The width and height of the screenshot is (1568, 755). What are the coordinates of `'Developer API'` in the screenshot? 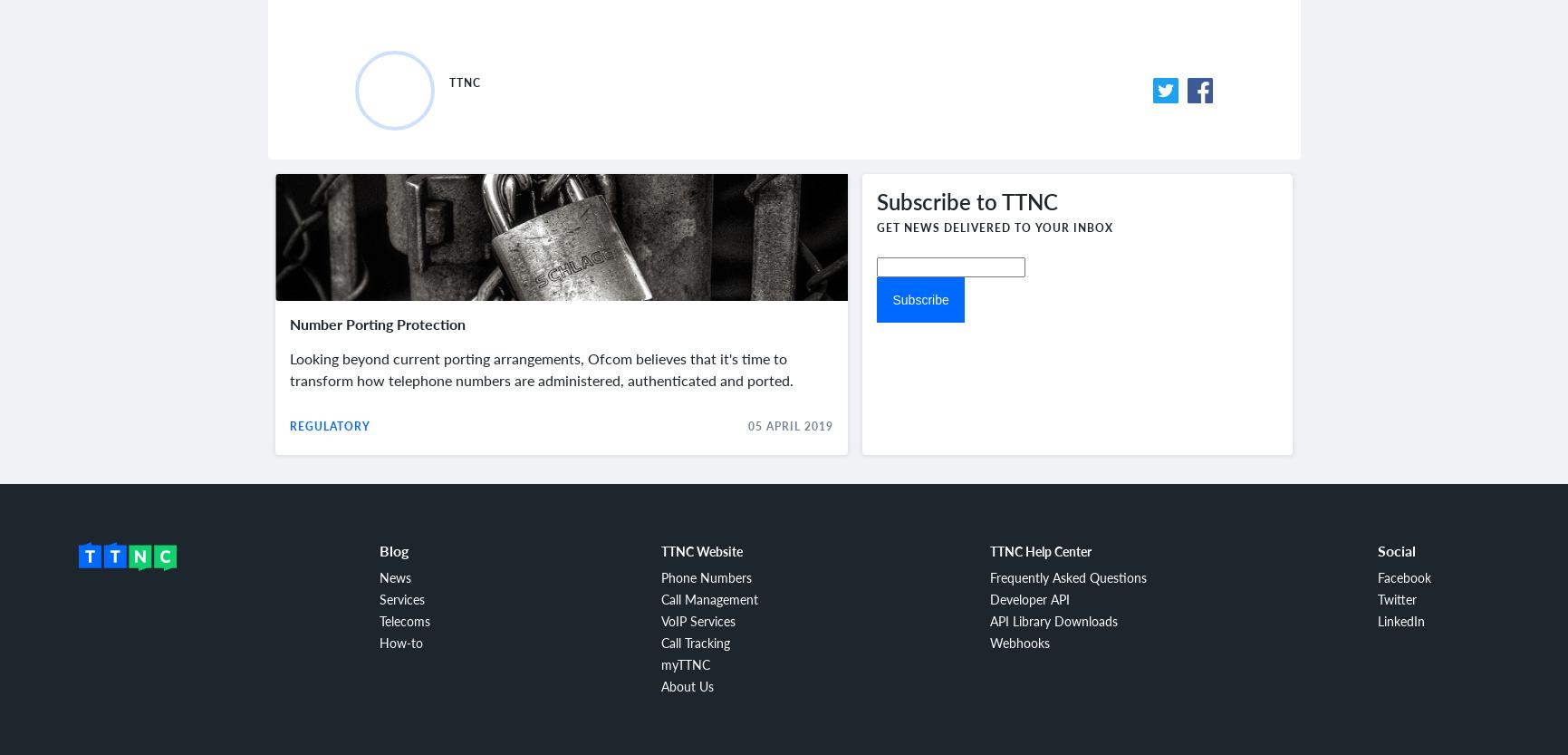 It's located at (1029, 597).